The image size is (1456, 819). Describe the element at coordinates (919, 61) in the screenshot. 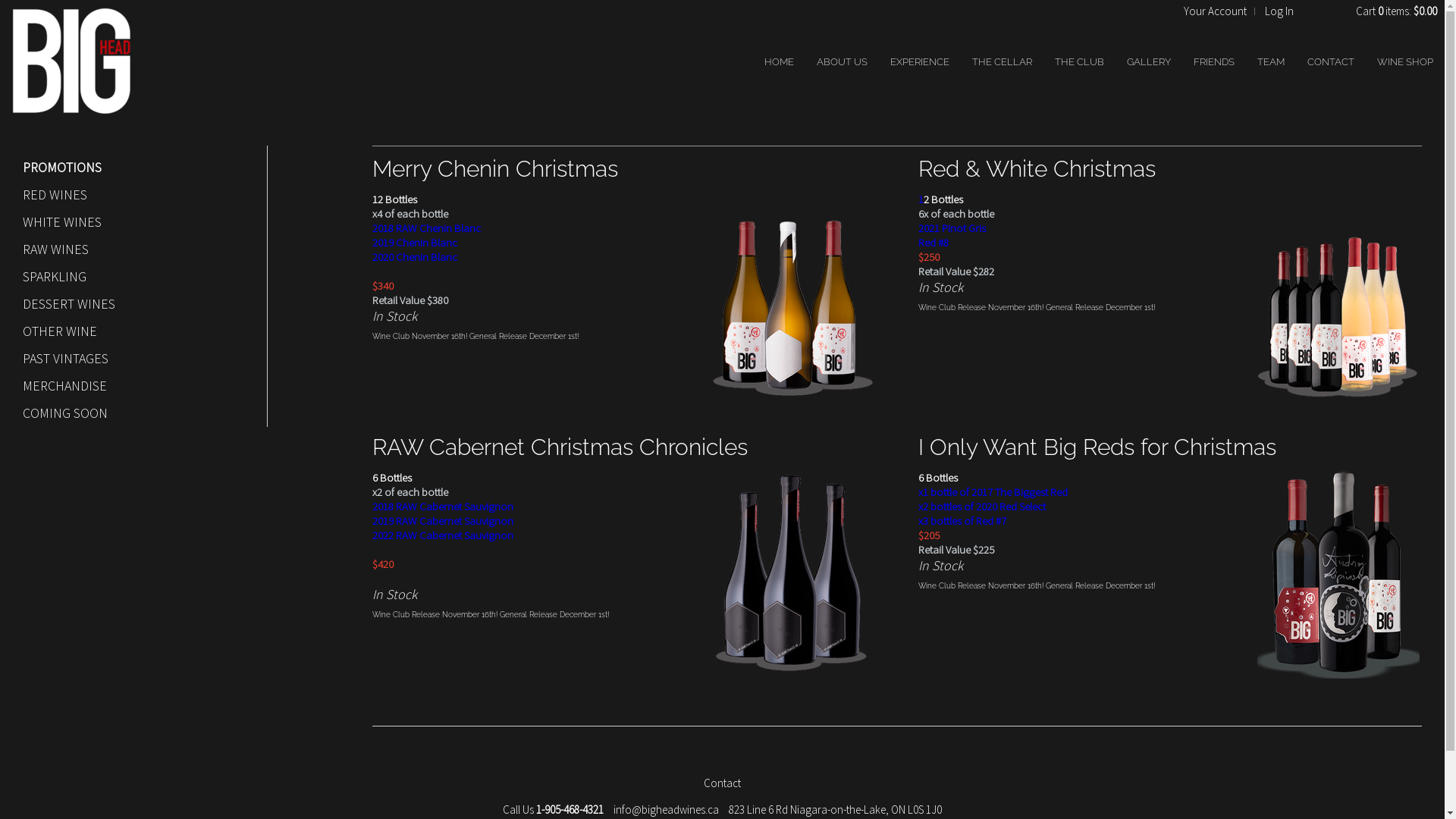

I see `'EXPERIENCE'` at that location.